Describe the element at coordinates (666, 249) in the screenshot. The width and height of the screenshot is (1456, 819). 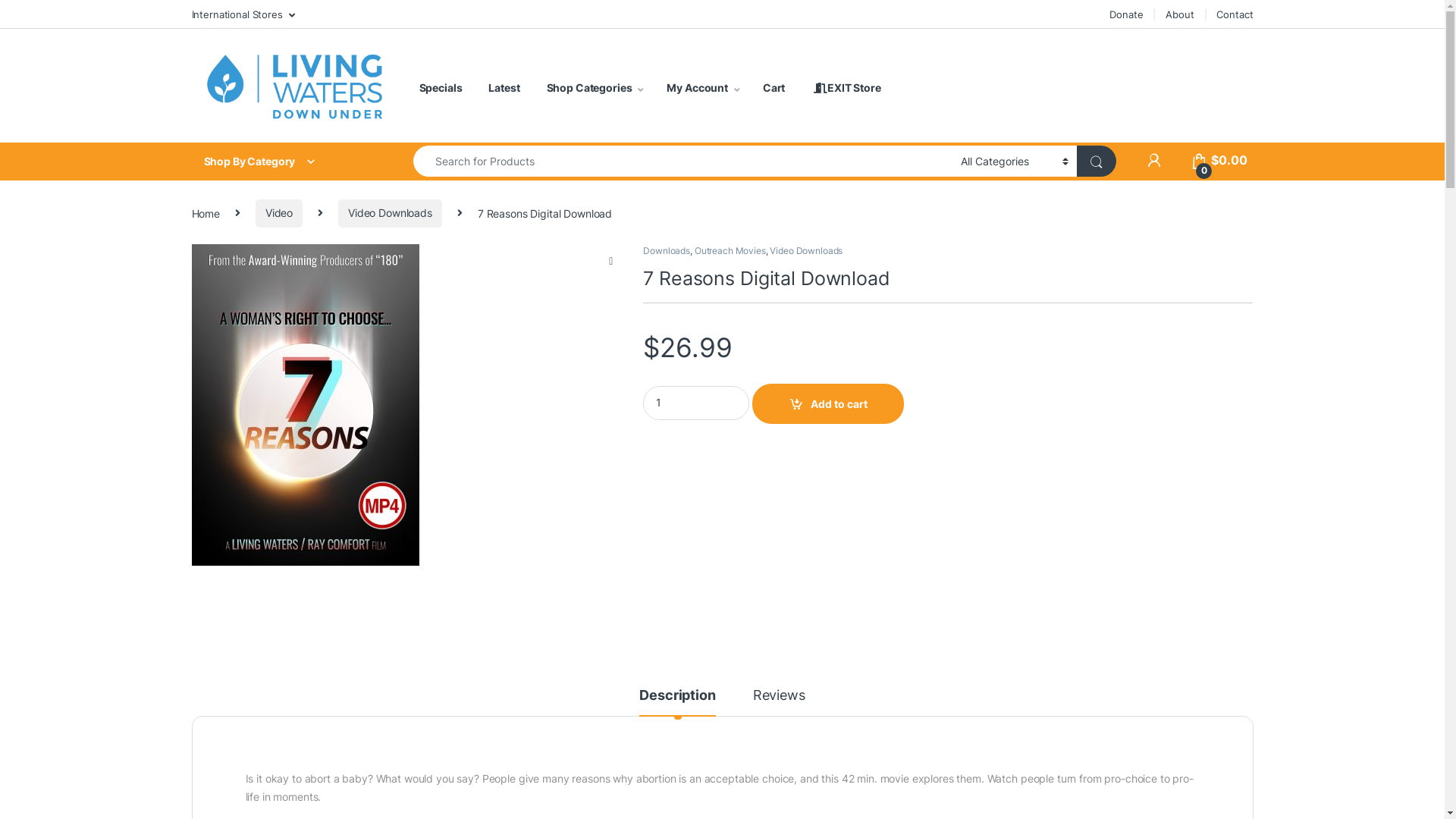
I see `'Downloads'` at that location.